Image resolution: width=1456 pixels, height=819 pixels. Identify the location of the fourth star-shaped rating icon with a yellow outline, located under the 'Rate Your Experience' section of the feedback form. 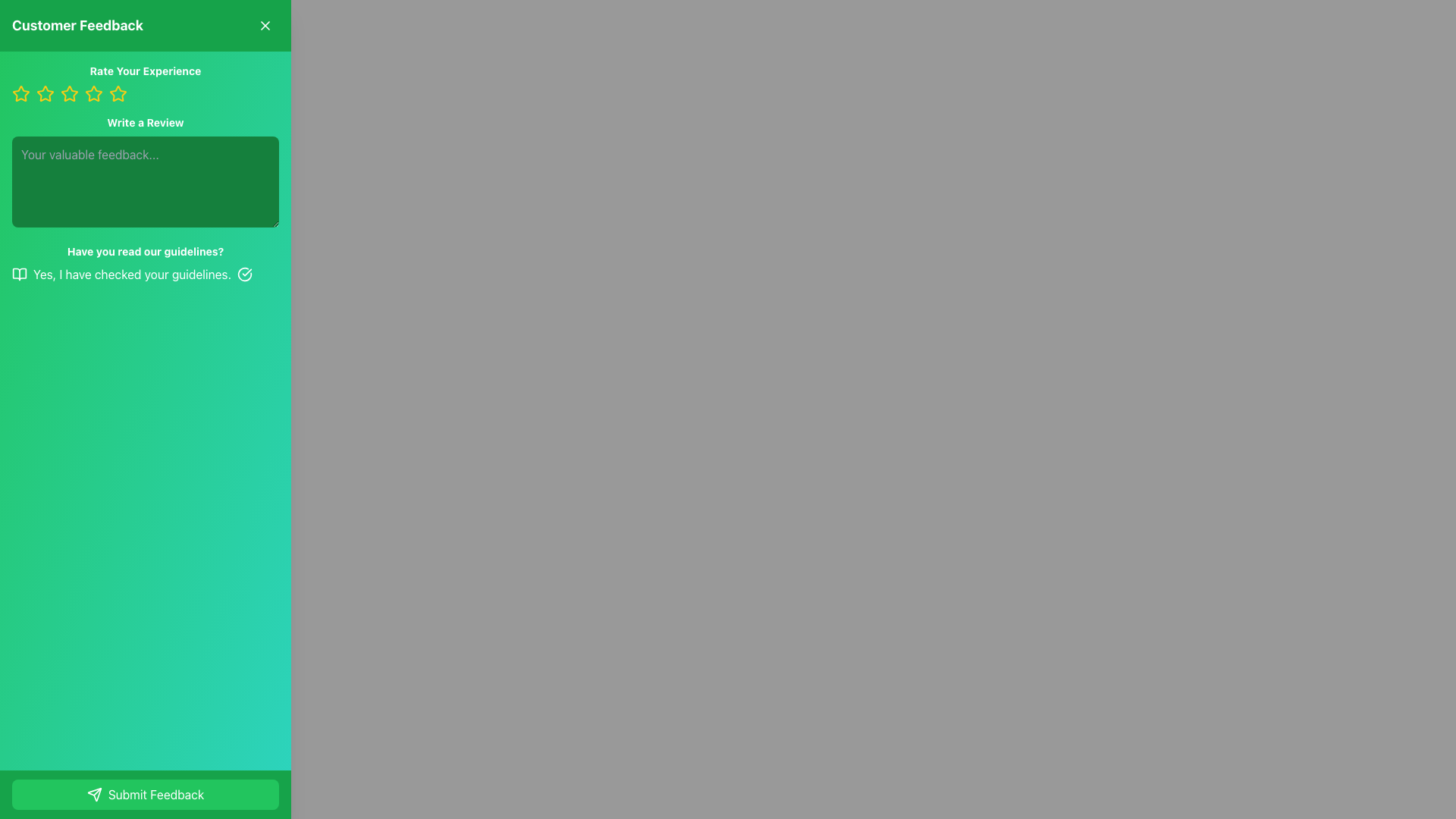
(68, 93).